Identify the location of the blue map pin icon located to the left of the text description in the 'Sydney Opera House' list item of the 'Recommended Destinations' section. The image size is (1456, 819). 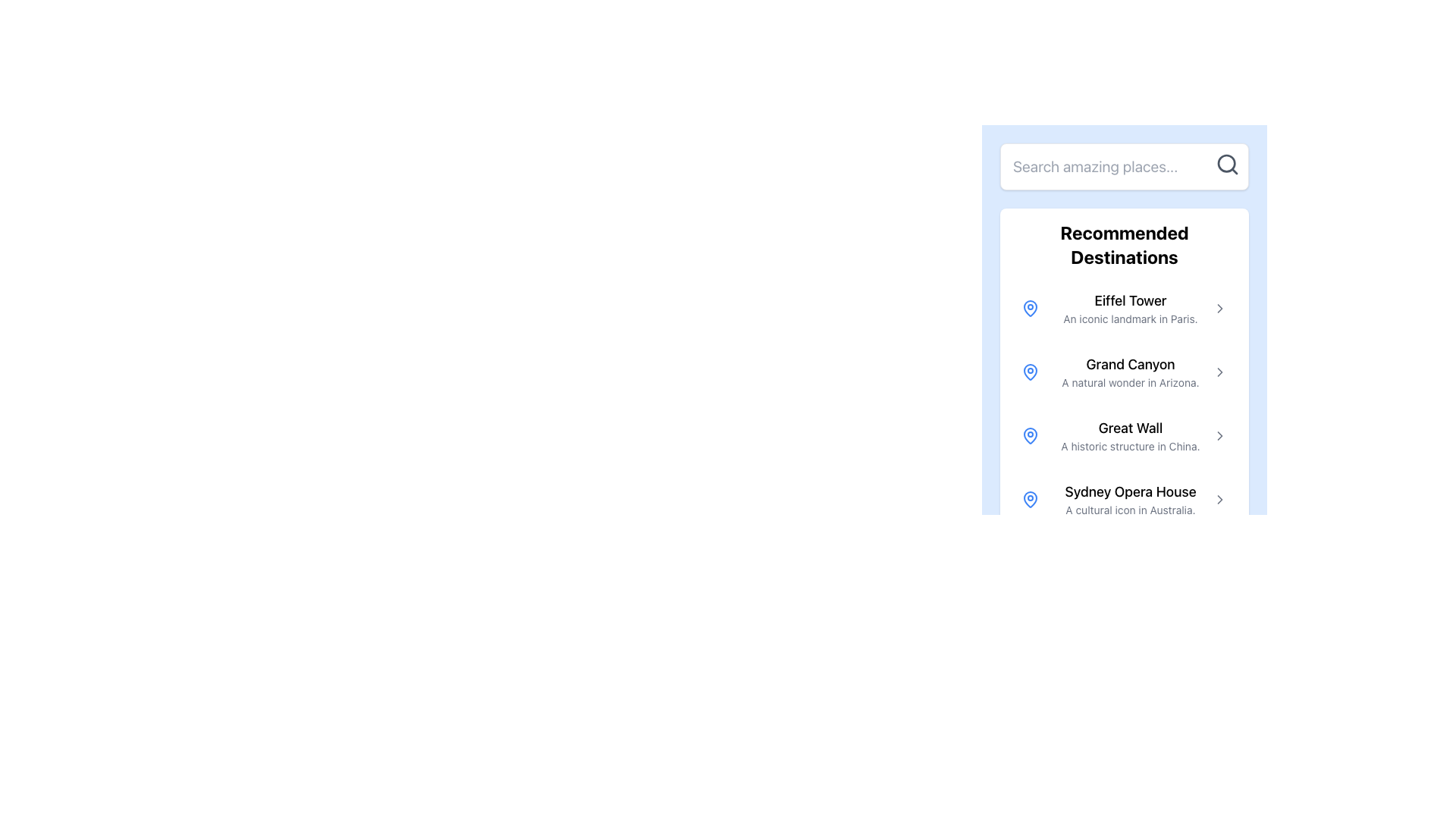
(1030, 500).